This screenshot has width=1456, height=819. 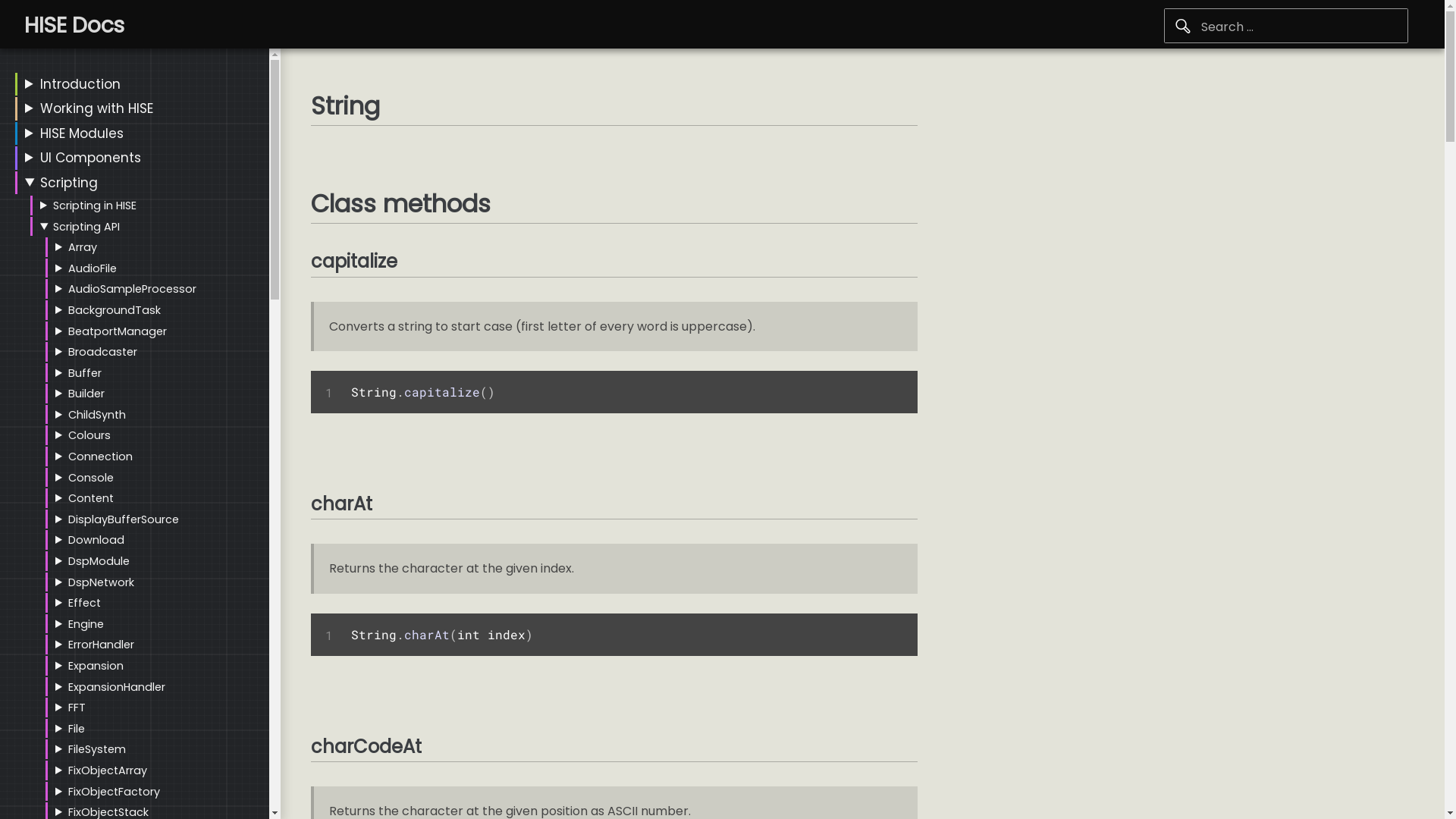 What do you see at coordinates (86, 393) in the screenshot?
I see `'Builder'` at bounding box center [86, 393].